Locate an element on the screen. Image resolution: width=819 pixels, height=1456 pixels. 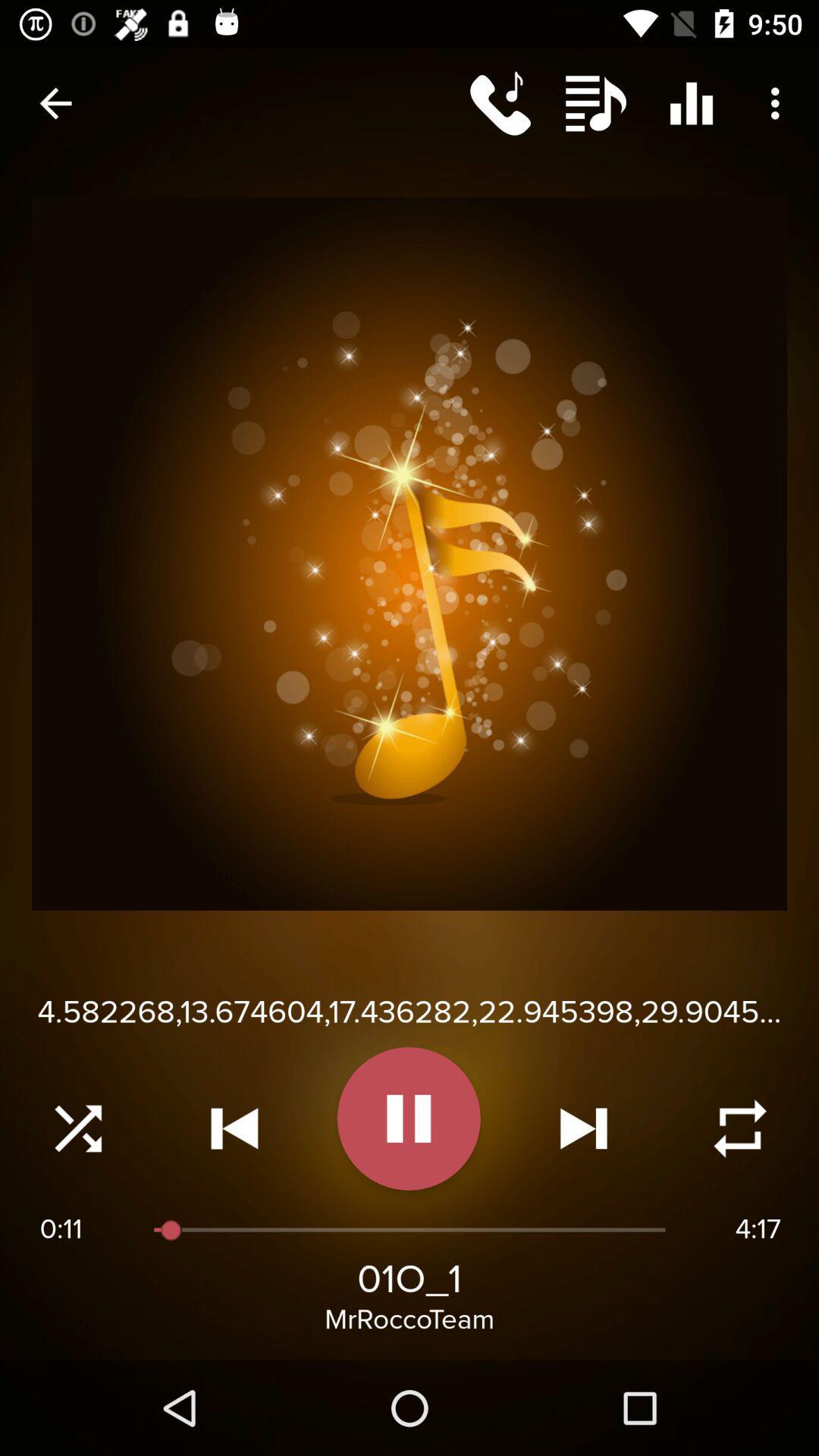
repeat song is located at coordinates (739, 1128).